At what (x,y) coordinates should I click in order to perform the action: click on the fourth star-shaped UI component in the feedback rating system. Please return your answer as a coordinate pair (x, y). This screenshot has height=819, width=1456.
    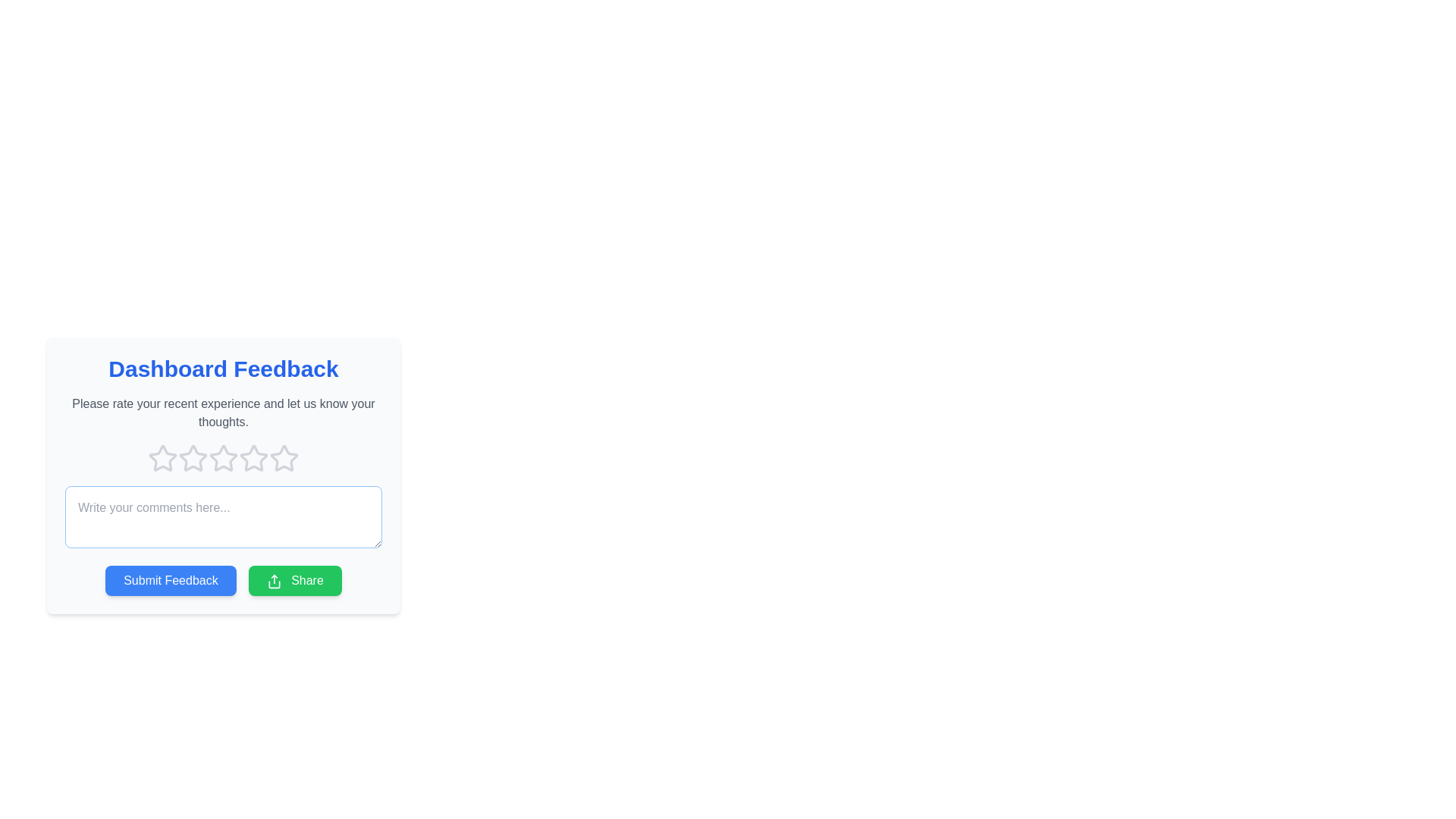
    Looking at the image, I should click on (222, 458).